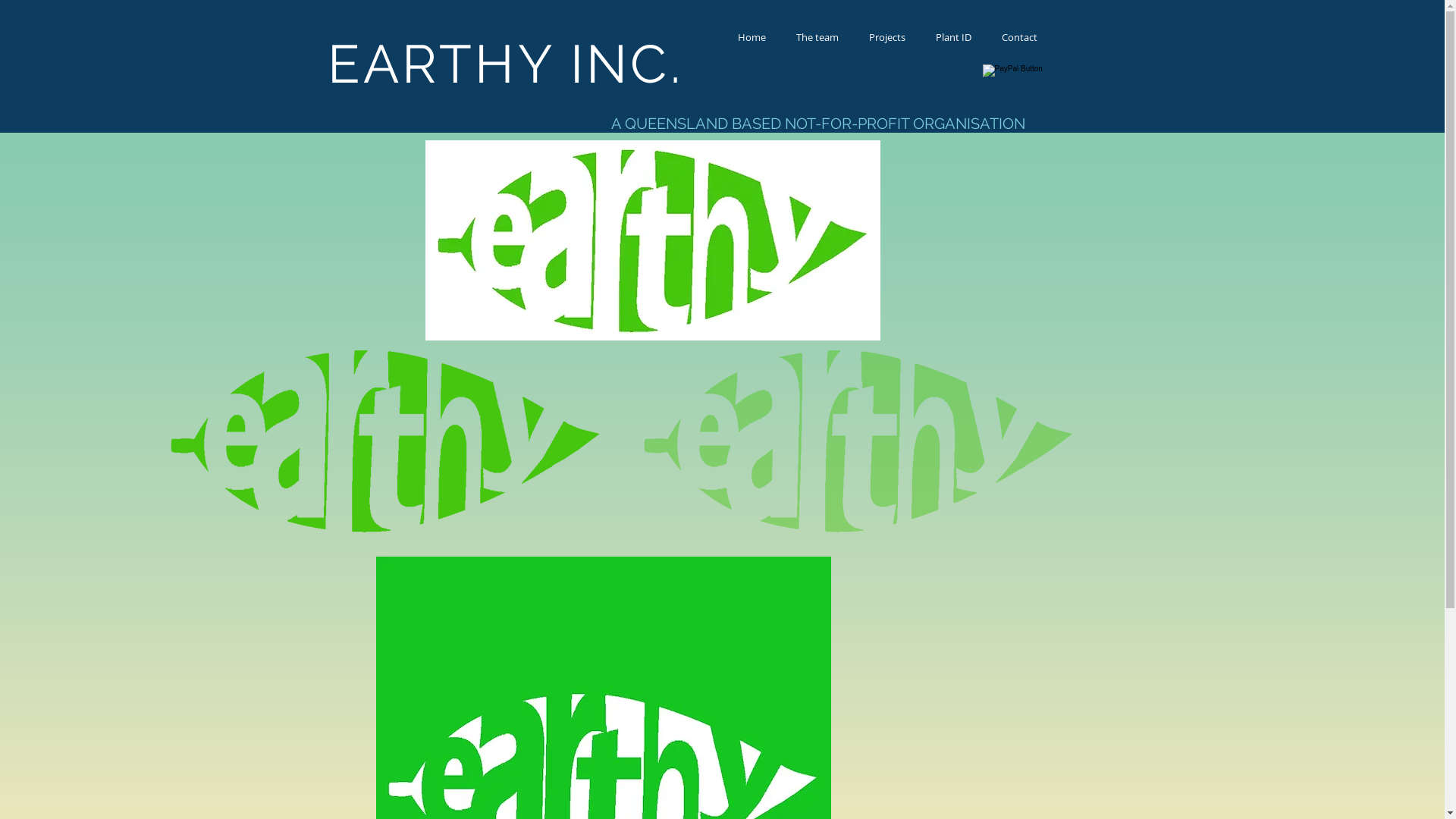 The height and width of the screenshot is (819, 1456). I want to click on 'Projects', so click(887, 36).